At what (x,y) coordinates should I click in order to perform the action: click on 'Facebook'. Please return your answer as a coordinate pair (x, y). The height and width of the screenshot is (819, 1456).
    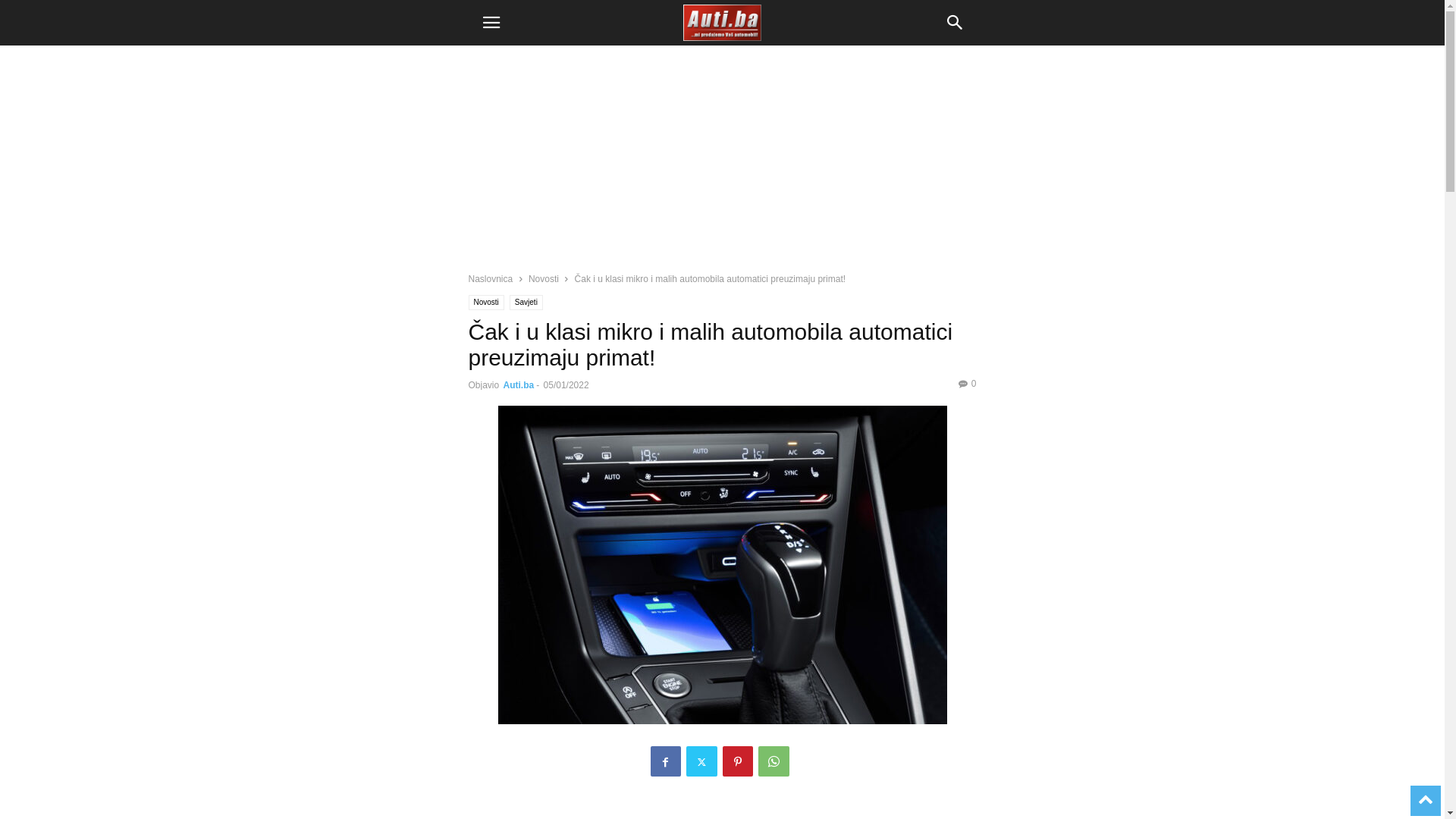
    Looking at the image, I should click on (666, 761).